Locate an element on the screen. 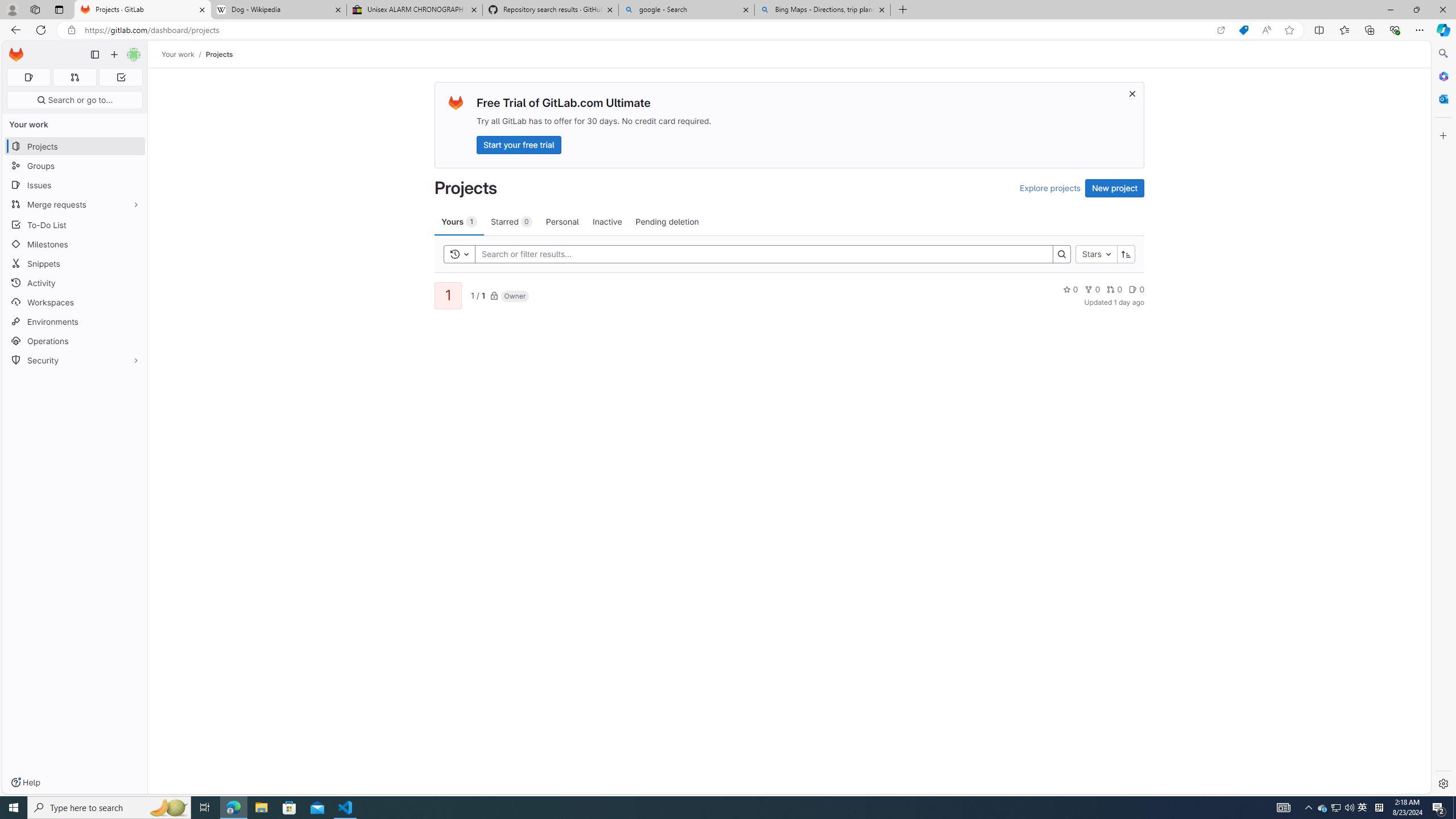 This screenshot has height=819, width=1456. 'Merge requests' is located at coordinates (74, 204).